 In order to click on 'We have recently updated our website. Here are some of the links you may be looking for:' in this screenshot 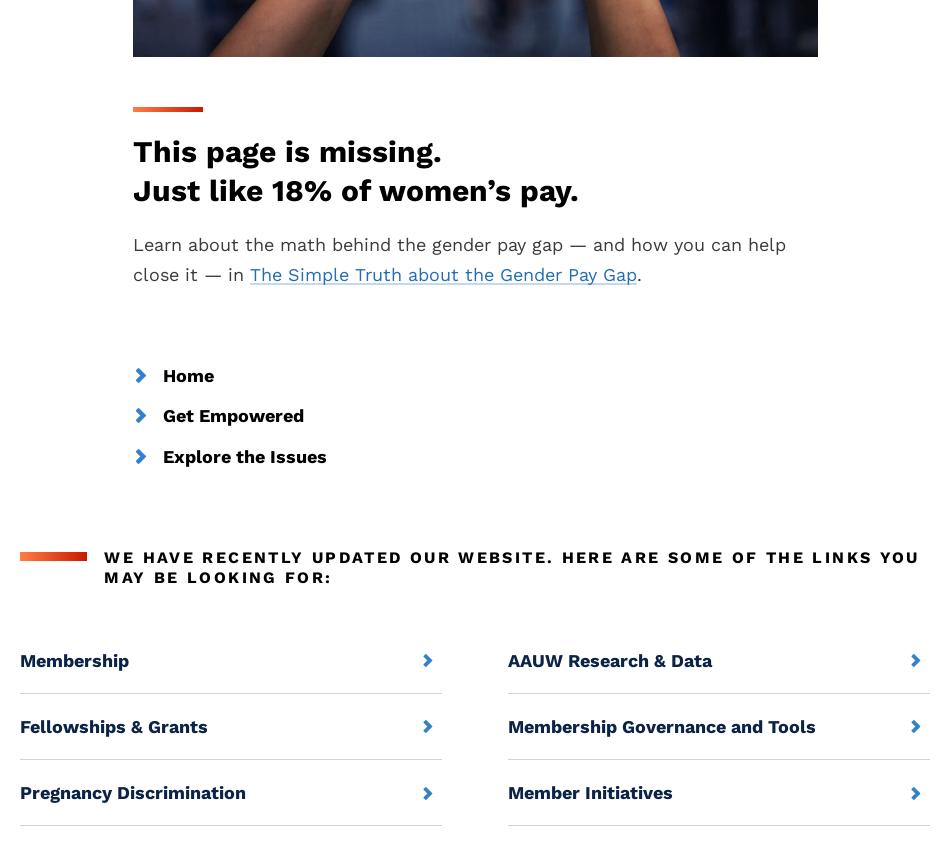, I will do `click(511, 565)`.